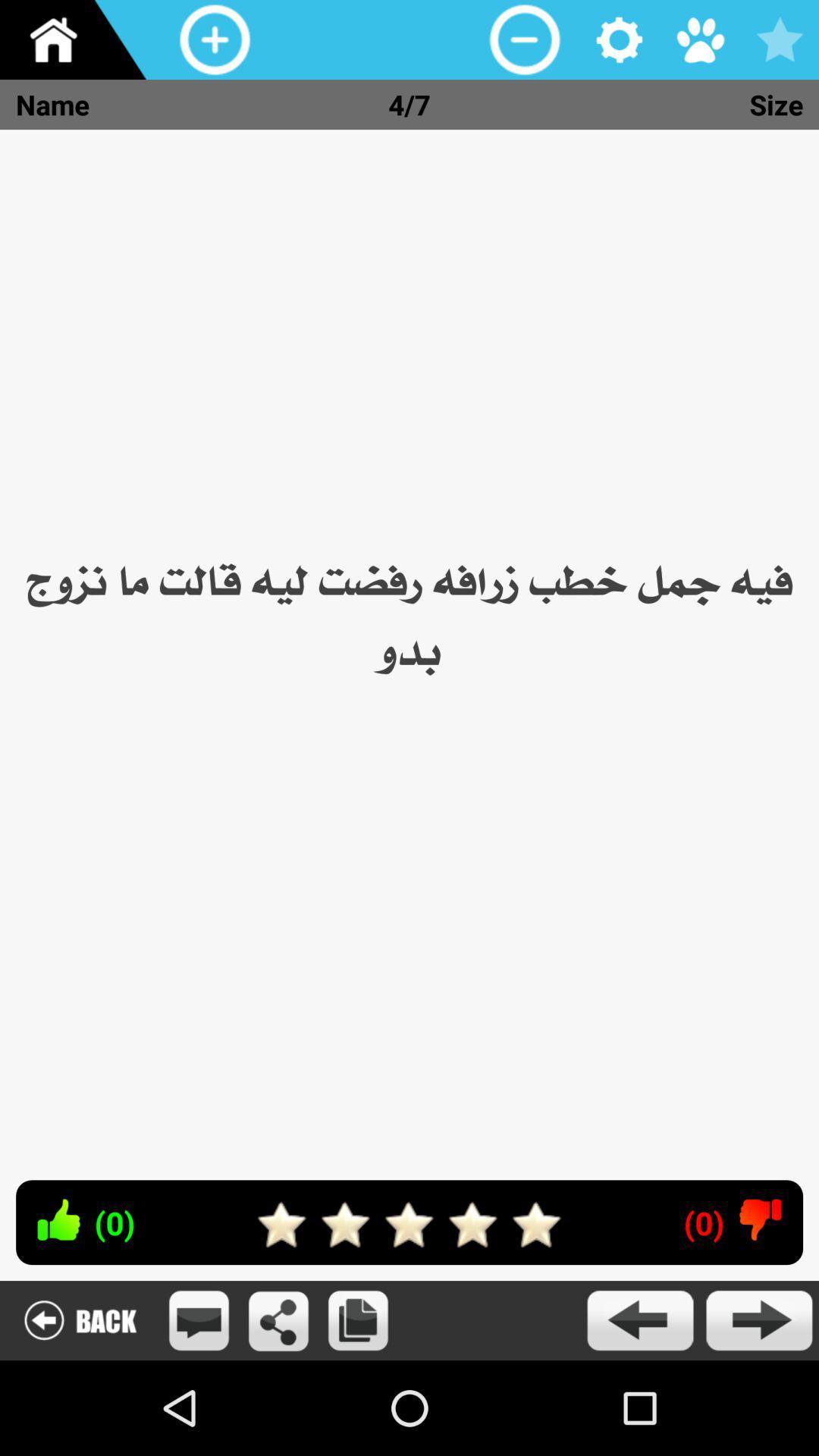 The height and width of the screenshot is (1456, 819). Describe the element at coordinates (278, 1319) in the screenshot. I see `share the page` at that location.